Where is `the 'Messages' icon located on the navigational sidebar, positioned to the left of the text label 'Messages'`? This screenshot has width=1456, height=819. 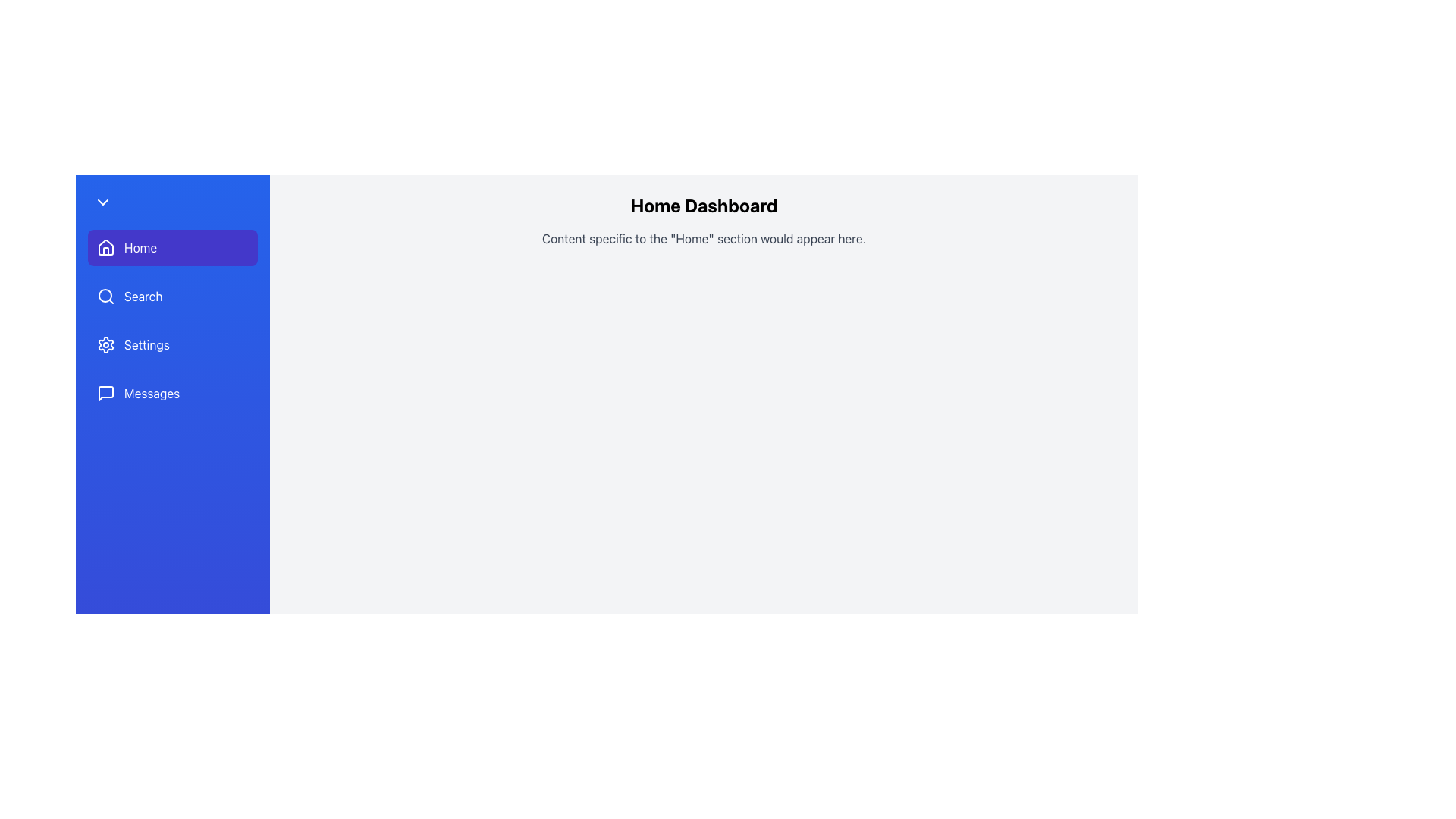
the 'Messages' icon located on the navigational sidebar, positioned to the left of the text label 'Messages' is located at coordinates (105, 393).